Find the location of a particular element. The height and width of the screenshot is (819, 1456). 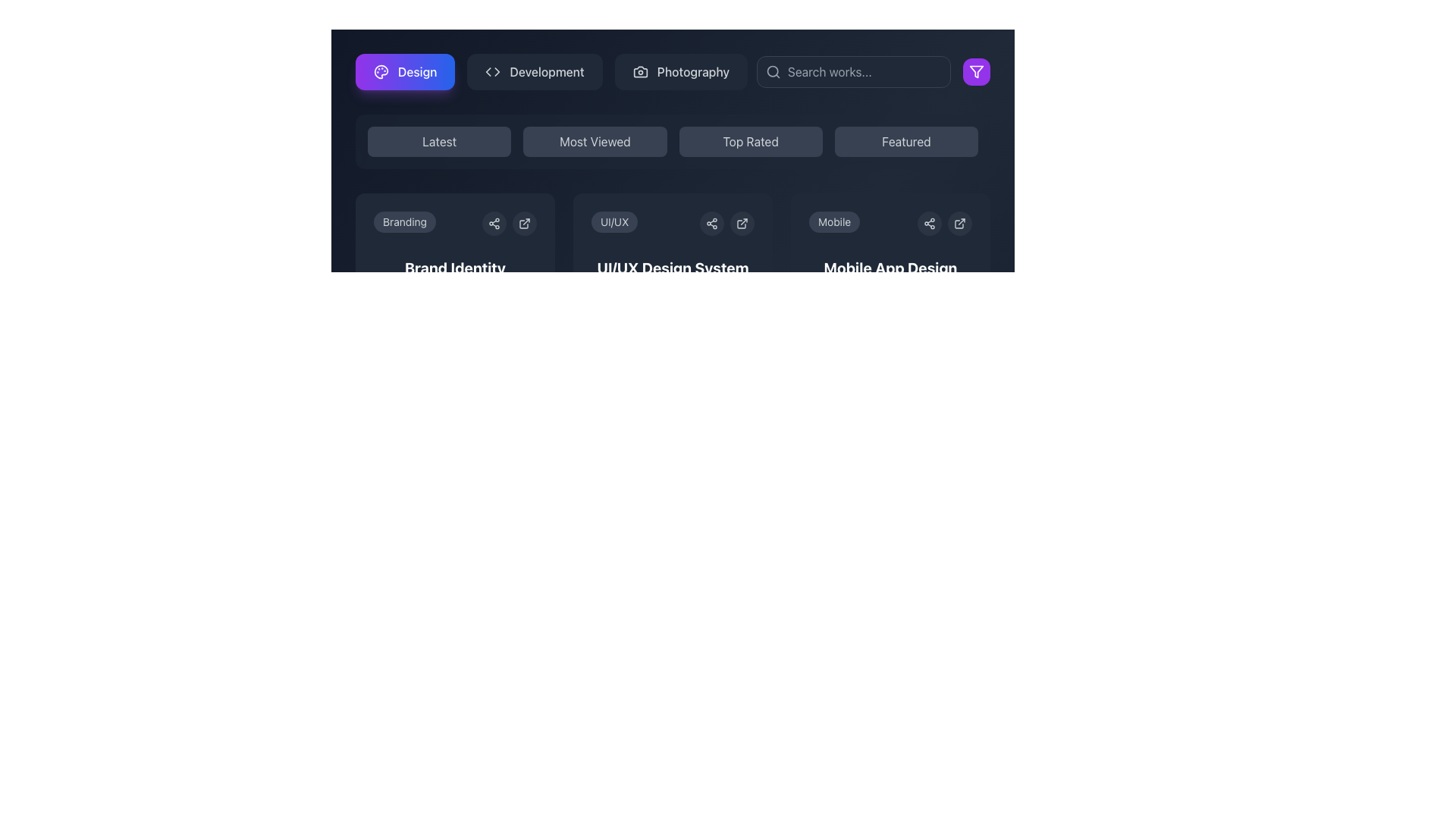

the text label displaying 'Photography', which is white and set against a dark background within the navigation bar at the top of the interface is located at coordinates (692, 72).